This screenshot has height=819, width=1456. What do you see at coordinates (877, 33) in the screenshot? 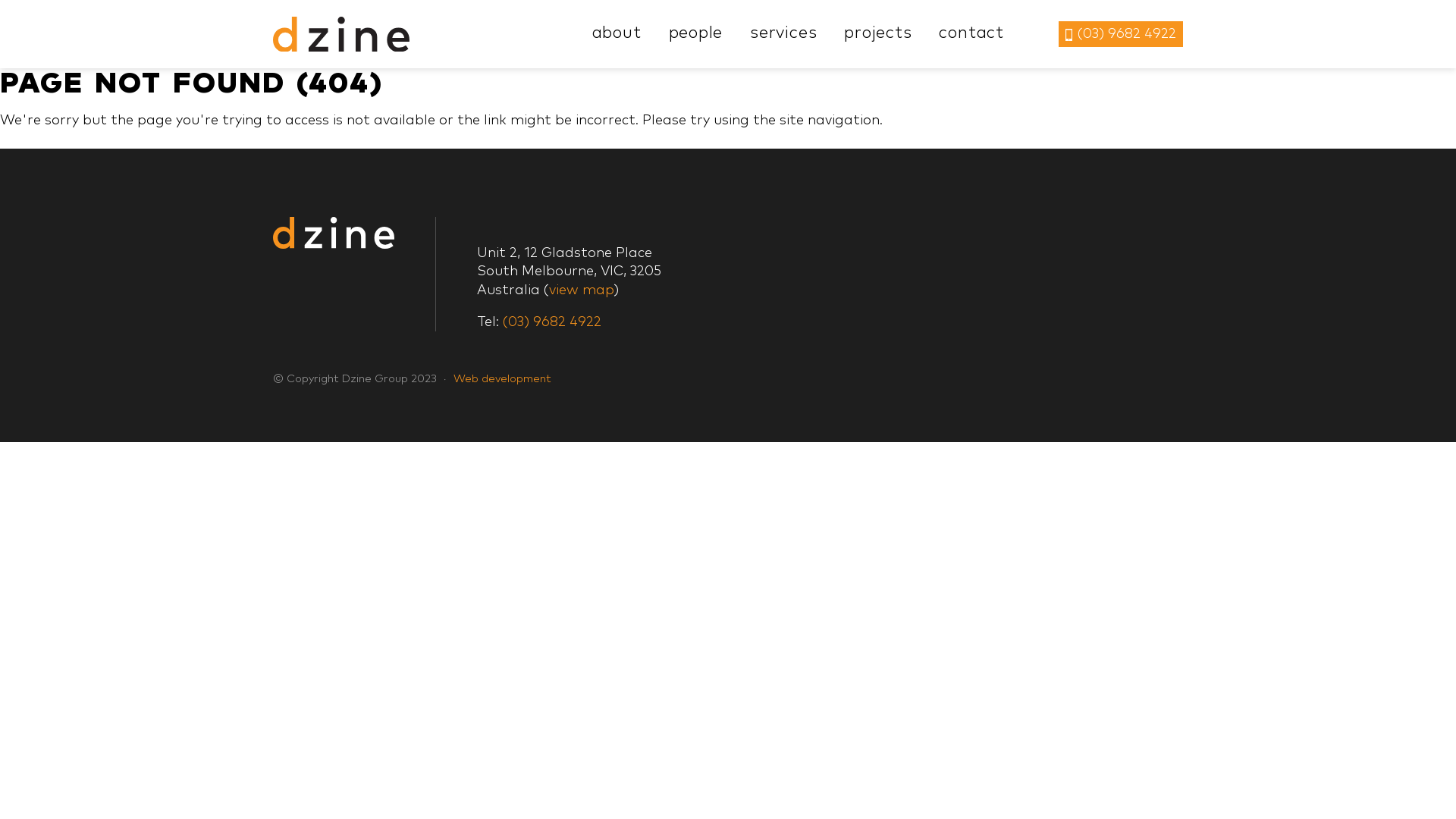
I see `'projects'` at bounding box center [877, 33].